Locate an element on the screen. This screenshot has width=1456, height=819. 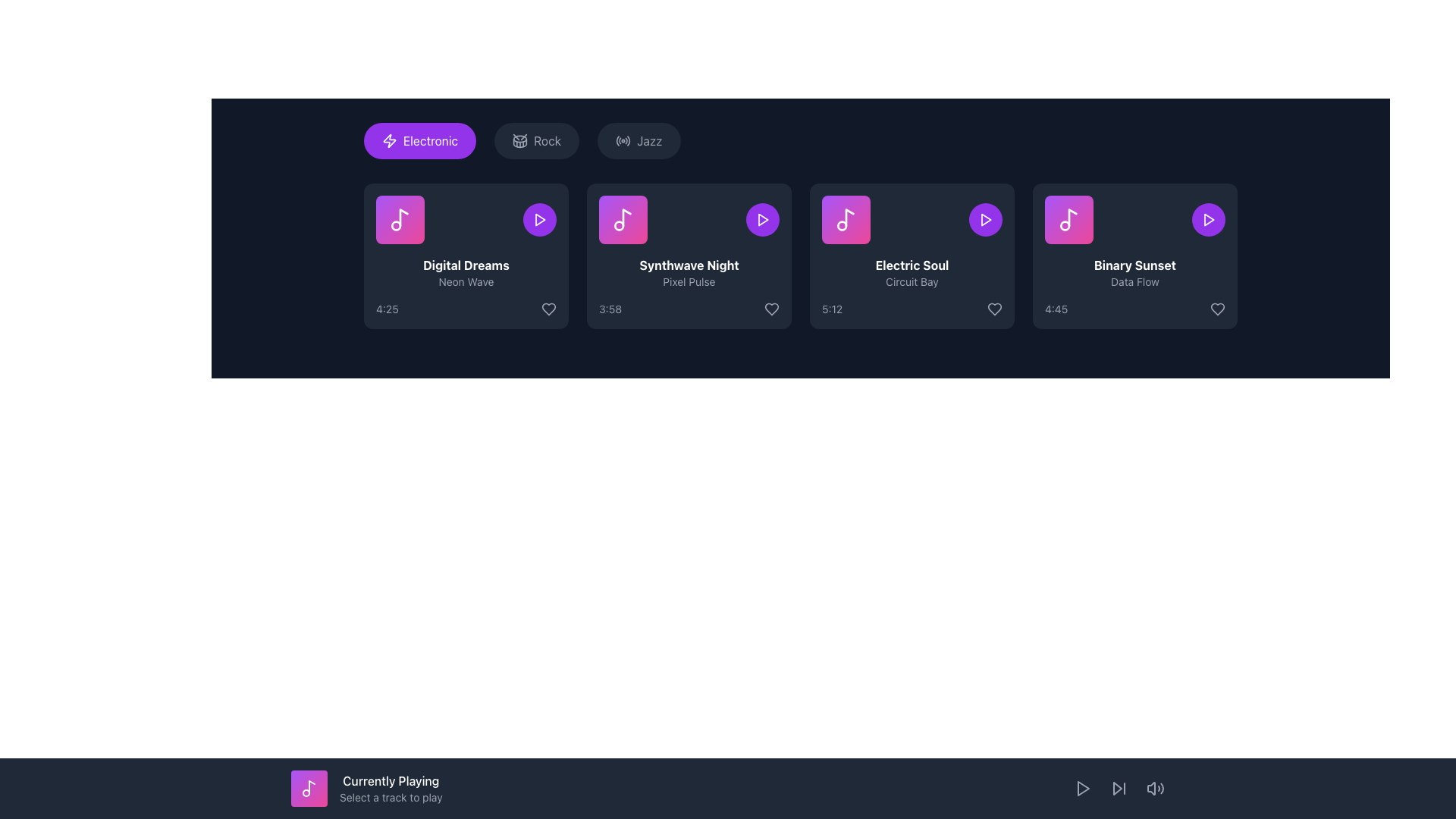
the play button located in the top-right corner of the 'Electric Soul' music card by 'Circuit Bay' is located at coordinates (986, 219).